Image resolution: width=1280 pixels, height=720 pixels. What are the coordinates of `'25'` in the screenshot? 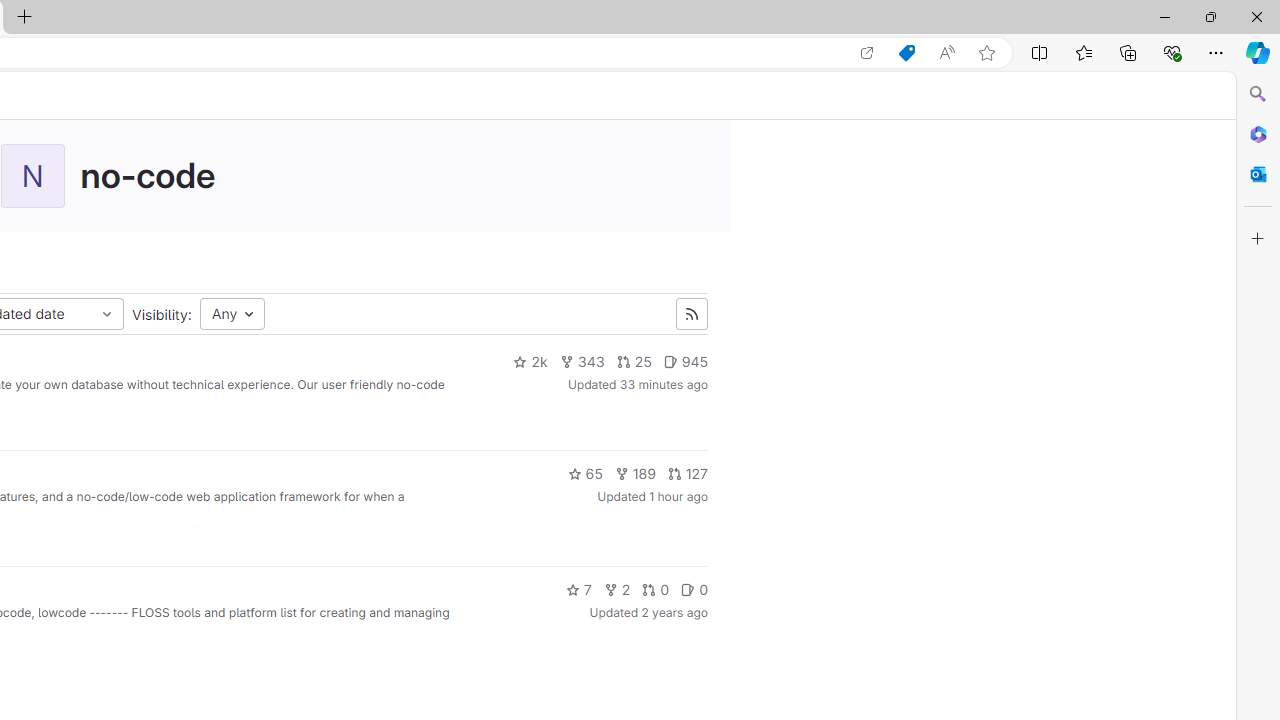 It's located at (632, 362).